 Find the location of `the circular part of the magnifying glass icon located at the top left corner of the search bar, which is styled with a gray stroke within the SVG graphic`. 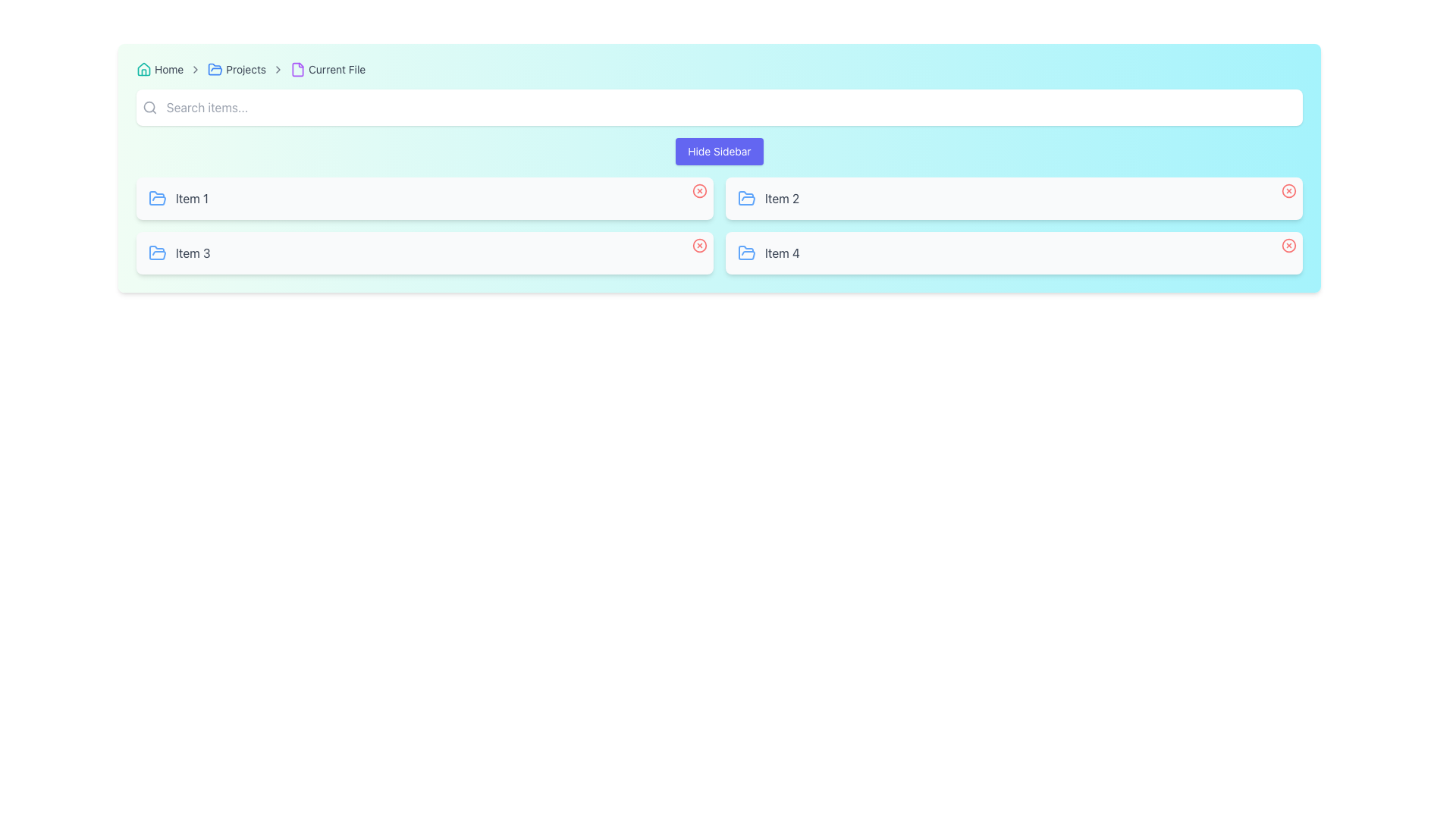

the circular part of the magnifying glass icon located at the top left corner of the search bar, which is styled with a gray stroke within the SVG graphic is located at coordinates (149, 106).